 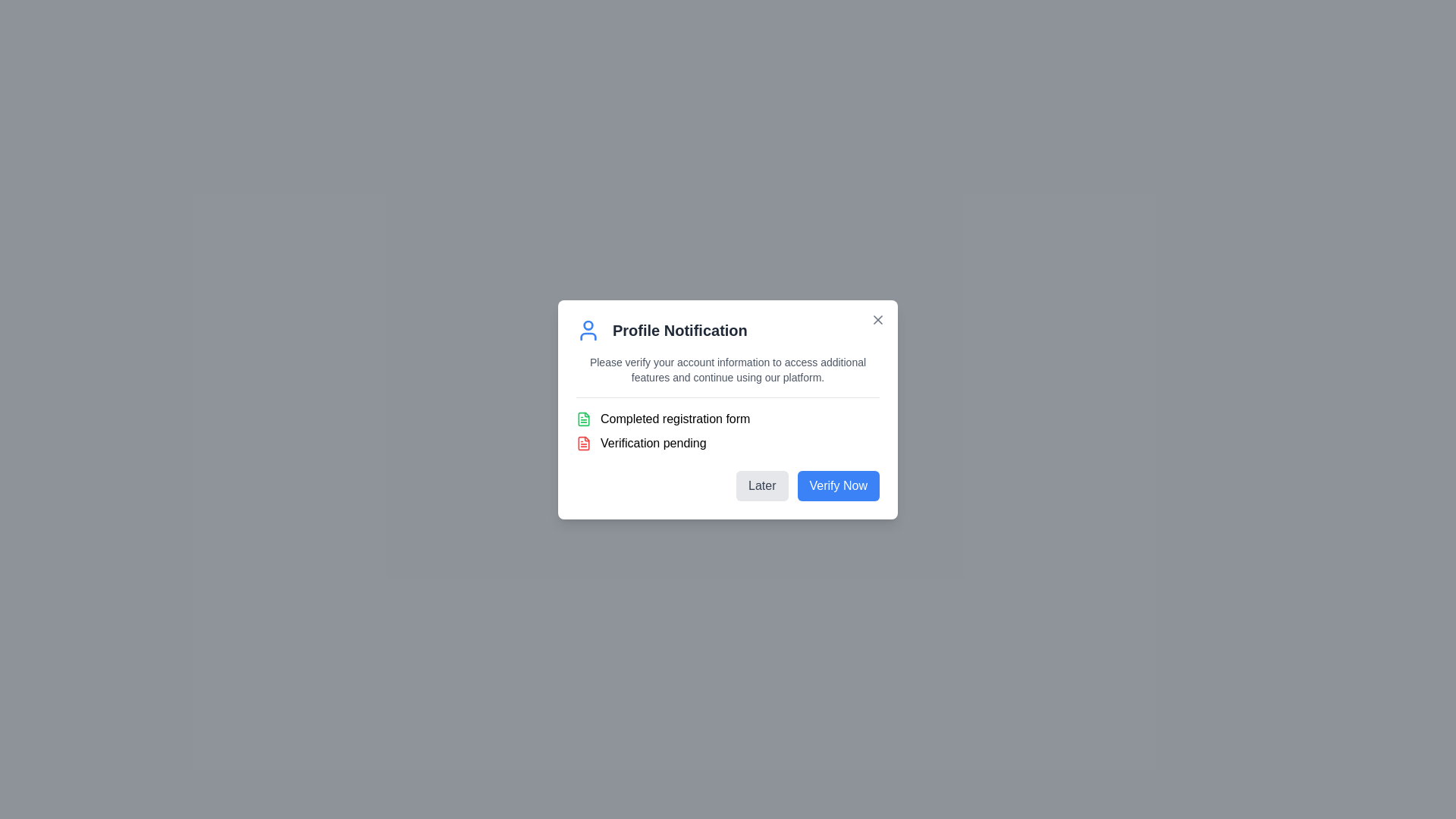 What do you see at coordinates (679, 329) in the screenshot?
I see `the text header 'Profile Notification' styled with a bold serif font in dark gray color, located within a modal window, centered horizontally above a paragraph and to the right of a blue user silhouette icon` at bounding box center [679, 329].